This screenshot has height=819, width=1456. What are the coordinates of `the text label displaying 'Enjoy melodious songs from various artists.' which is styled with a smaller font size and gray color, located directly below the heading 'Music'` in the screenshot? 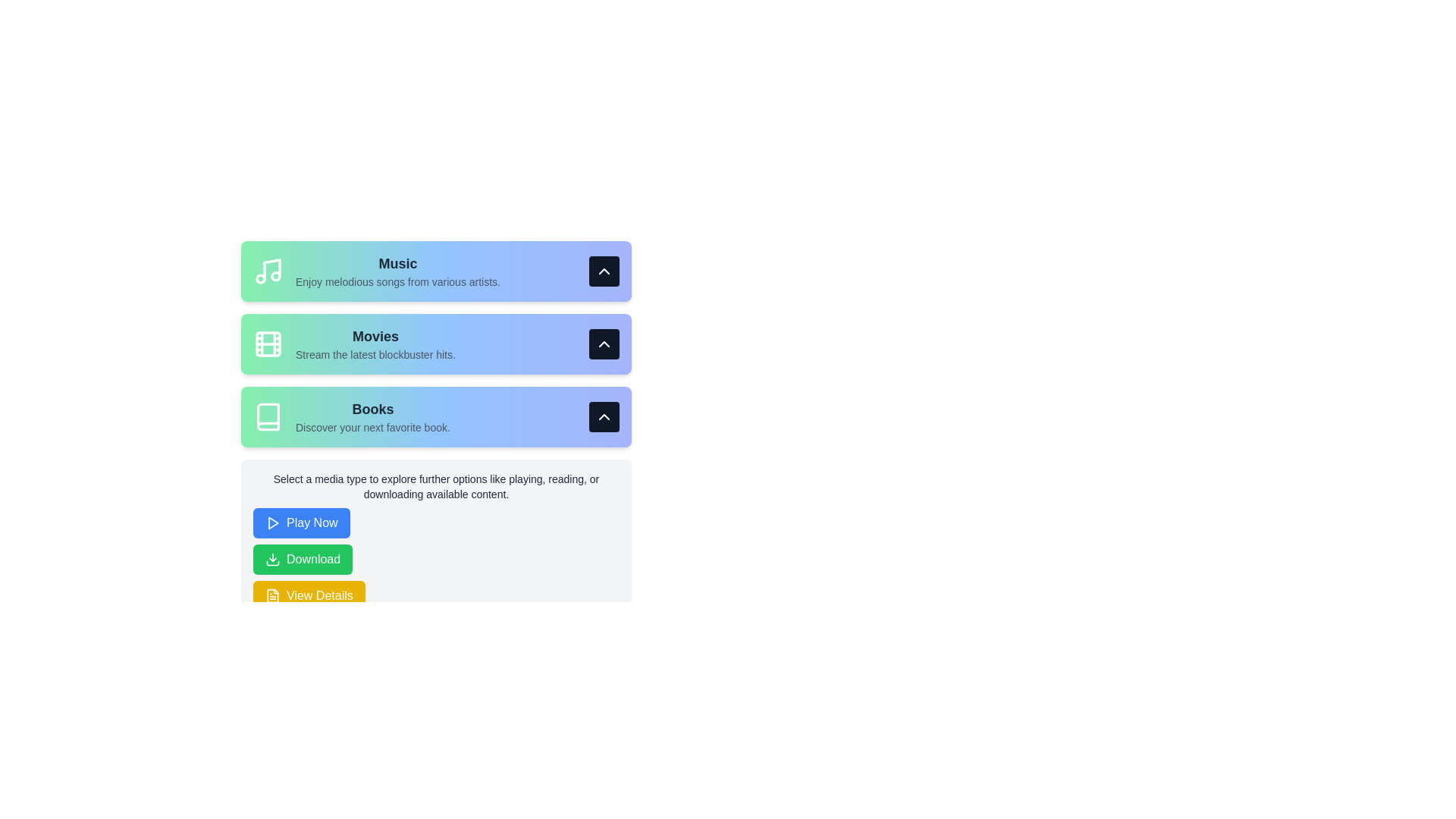 It's located at (397, 281).